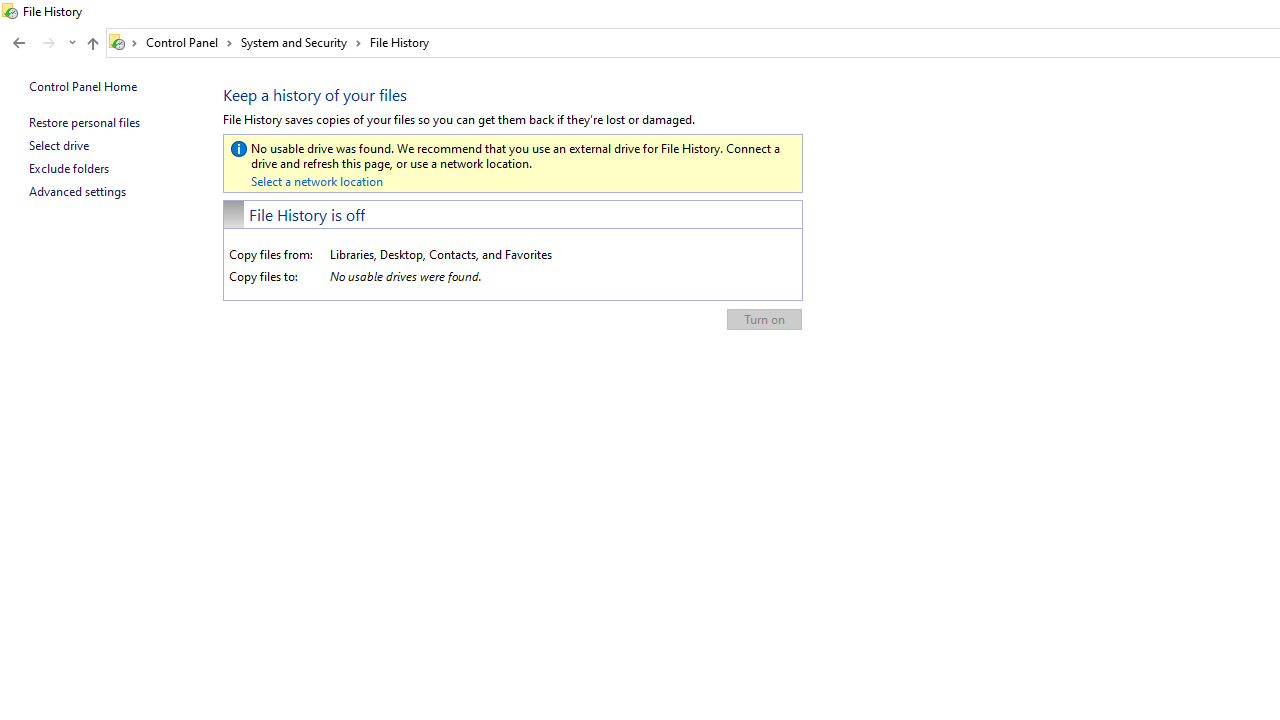  Describe the element at coordinates (77, 191) in the screenshot. I see `'Advanced settings'` at that location.